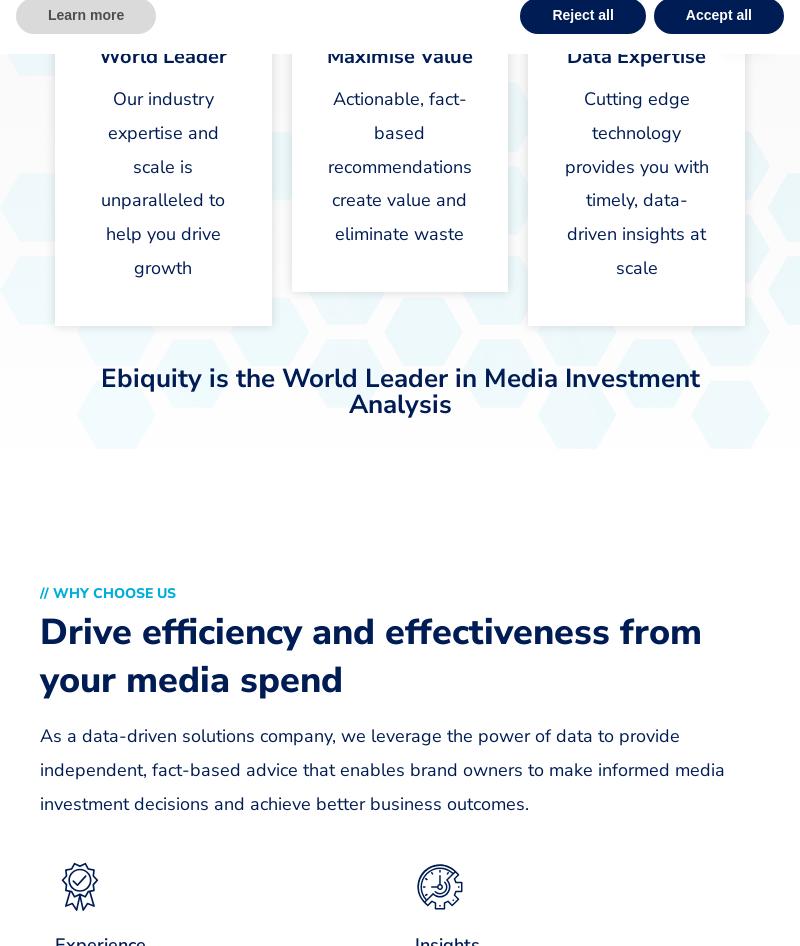  What do you see at coordinates (162, 56) in the screenshot?
I see `'World Leader'` at bounding box center [162, 56].